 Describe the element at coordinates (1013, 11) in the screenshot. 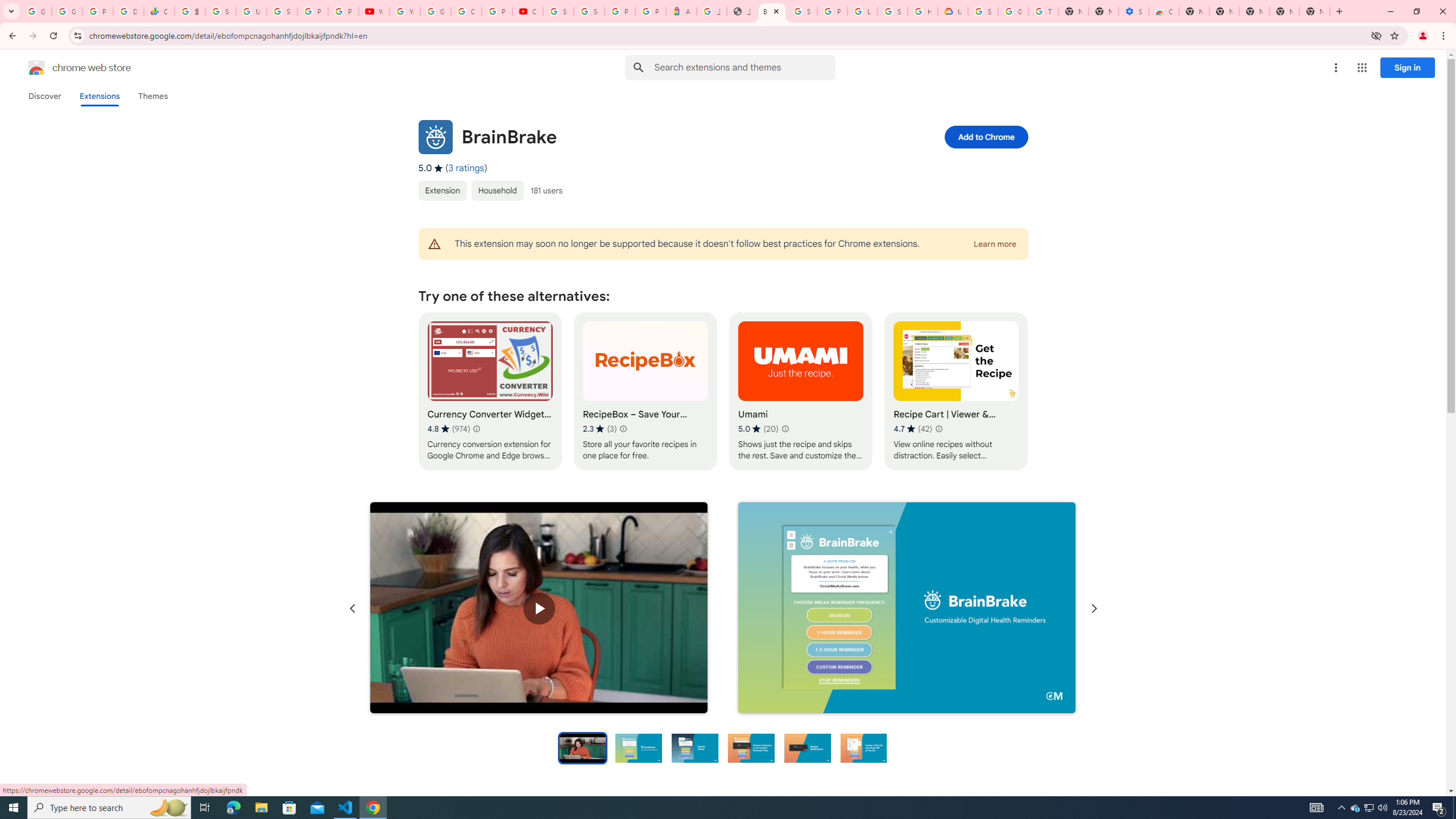

I see `'Google Account Help'` at that location.